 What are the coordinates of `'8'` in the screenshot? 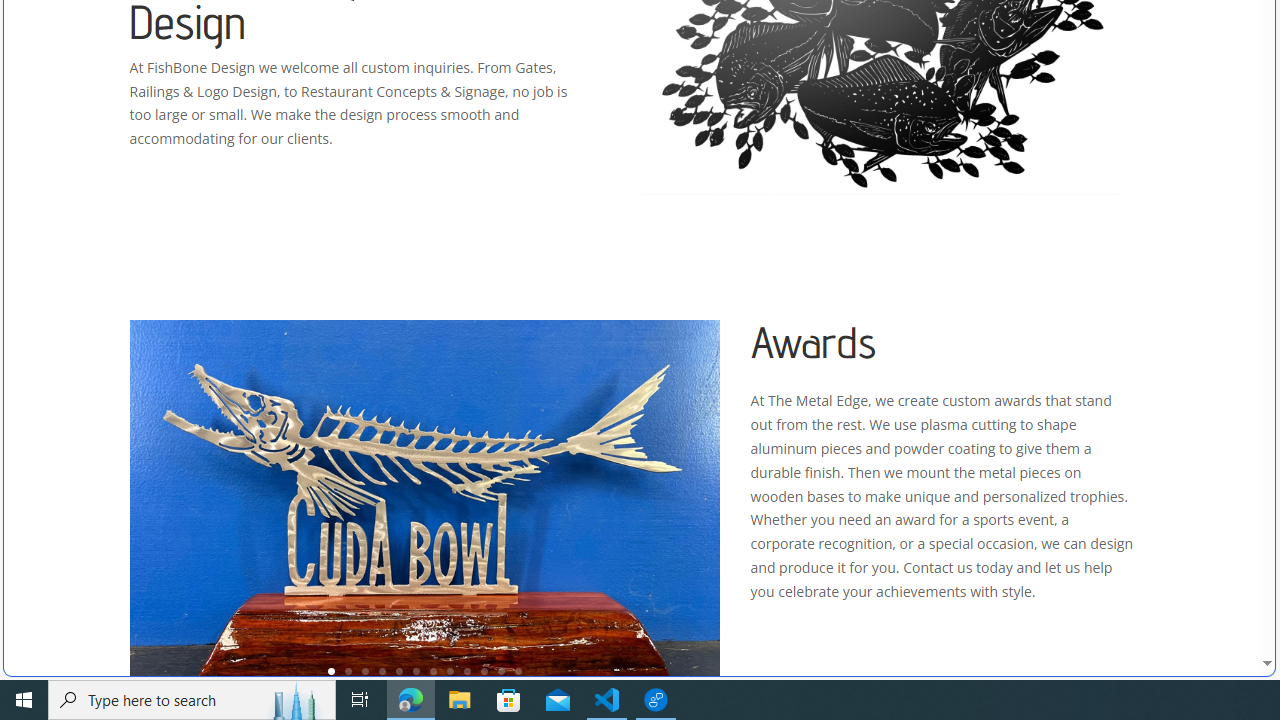 It's located at (449, 671).